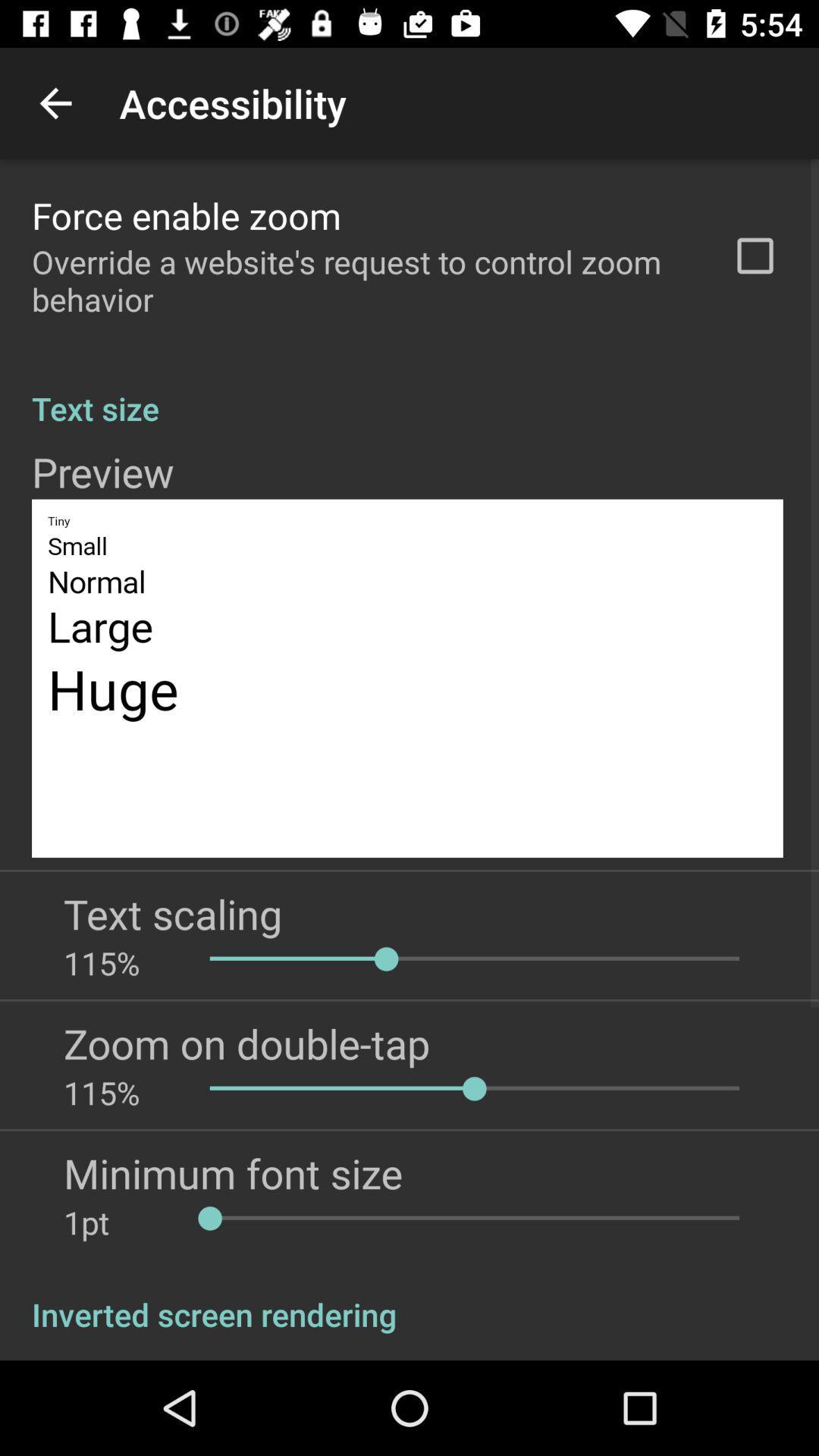 The width and height of the screenshot is (819, 1456). I want to click on the button which is empty box at the top right side of the page, so click(755, 256).